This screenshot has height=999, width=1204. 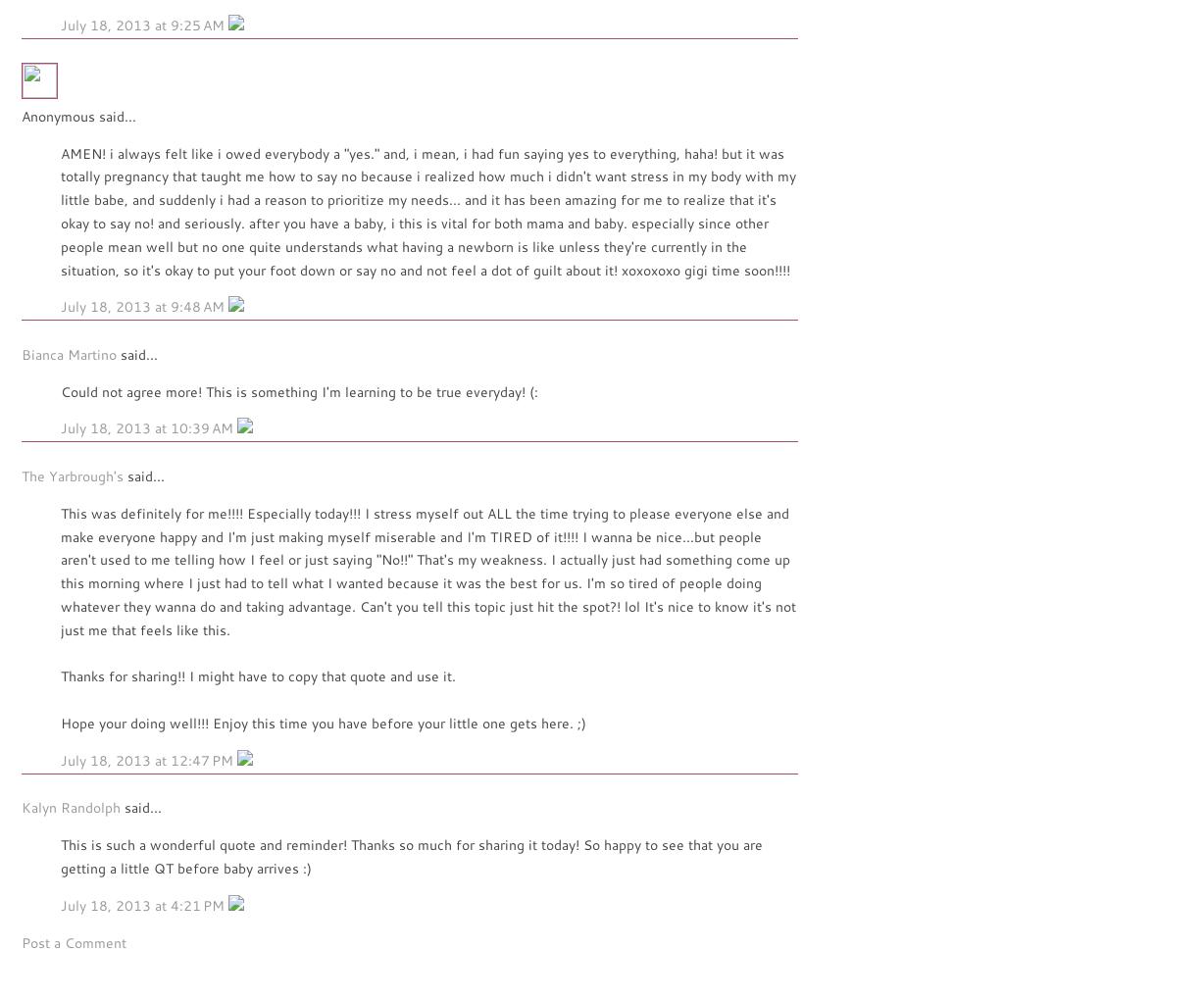 I want to click on 'July 18, 2013 at 9:25 AM', so click(x=61, y=24).